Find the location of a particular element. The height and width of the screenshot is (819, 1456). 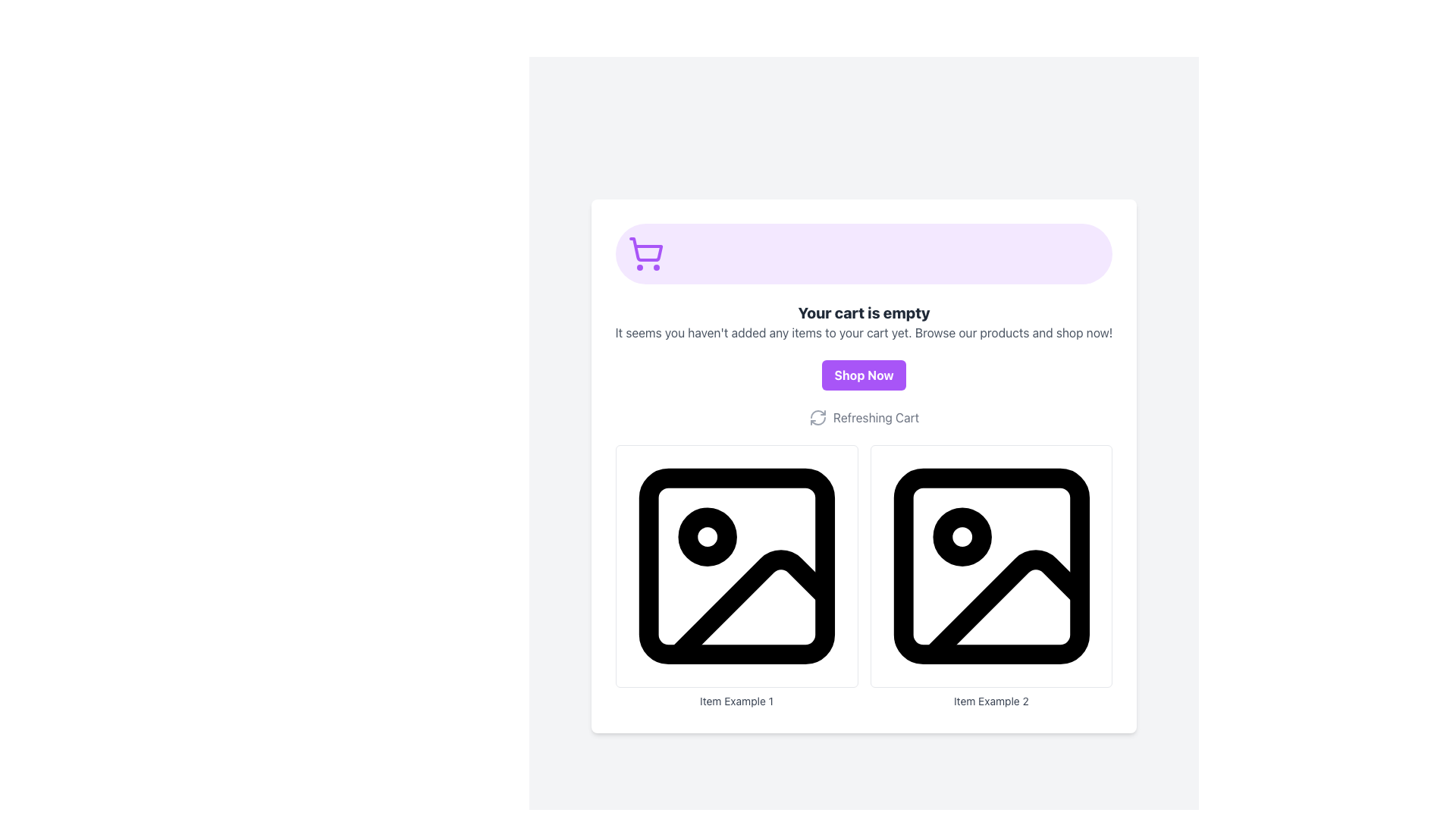

the small rectangular shape with rounded corners that resembles a photo icon, located in the 'Item Example 1' box is located at coordinates (736, 566).